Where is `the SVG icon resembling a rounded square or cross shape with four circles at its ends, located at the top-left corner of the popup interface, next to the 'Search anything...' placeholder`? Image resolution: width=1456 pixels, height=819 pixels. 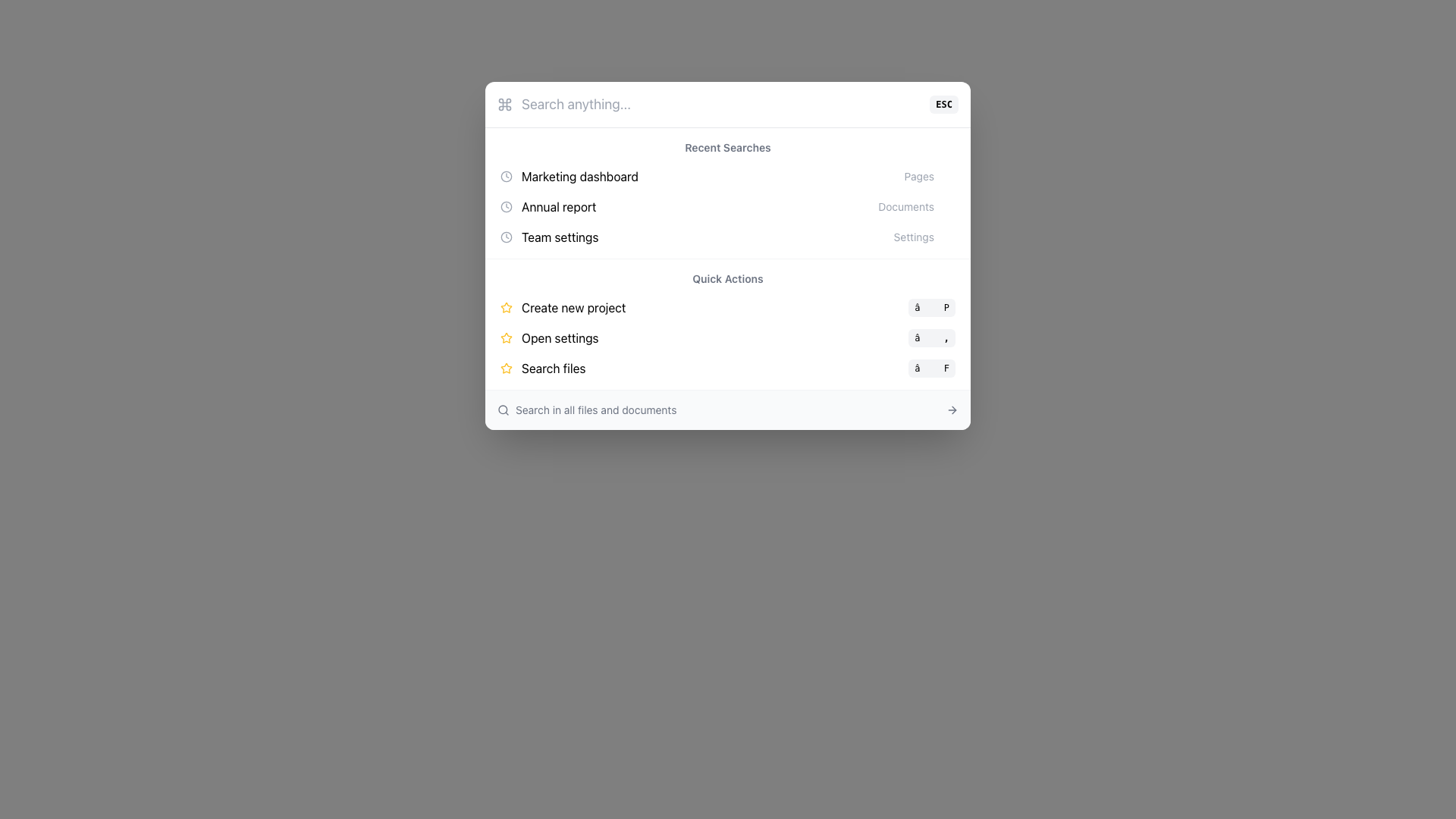
the SVG icon resembling a rounded square or cross shape with four circles at its ends, located at the top-left corner of the popup interface, next to the 'Search anything...' placeholder is located at coordinates (505, 104).